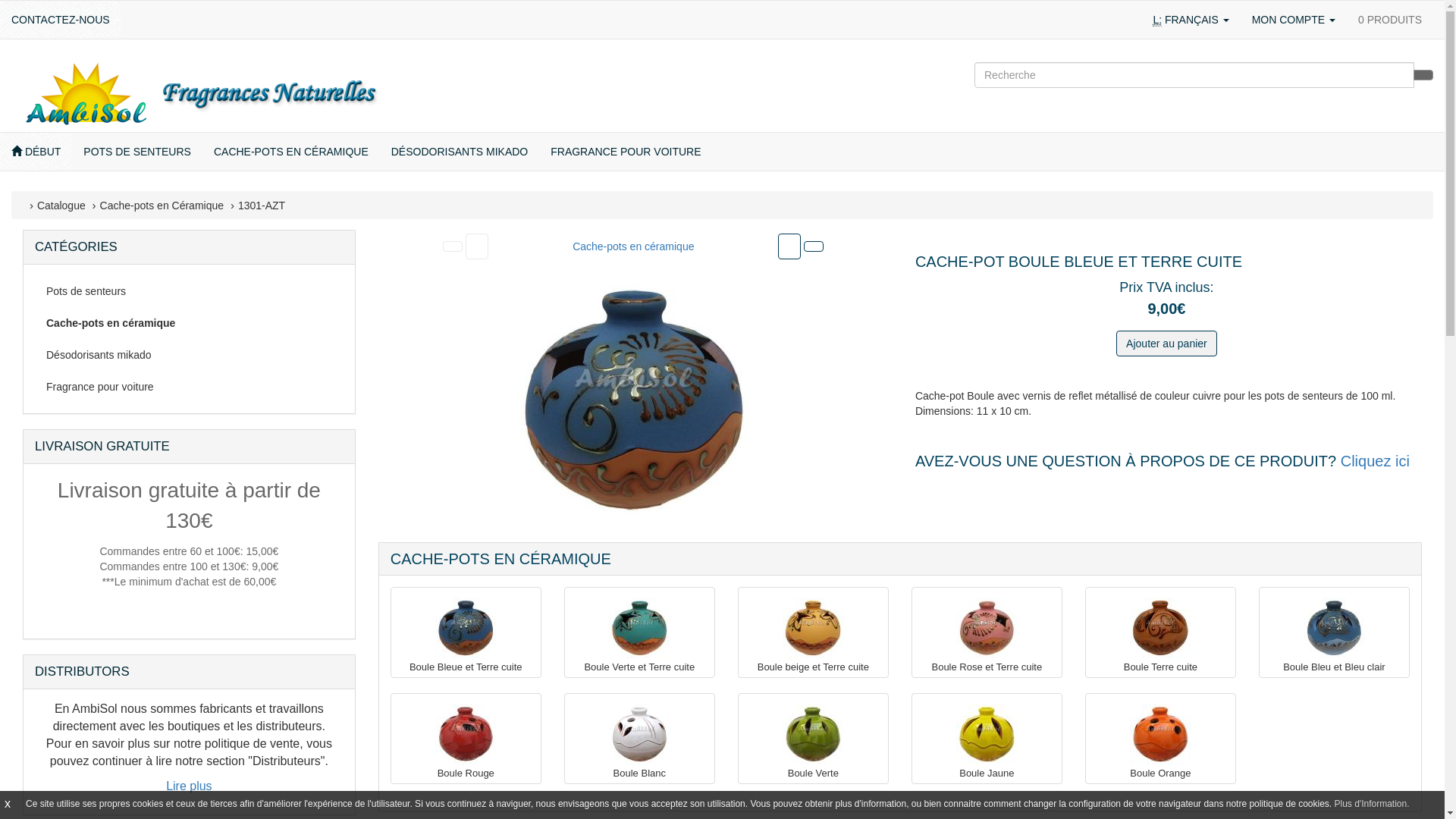 This screenshot has height=819, width=1456. I want to click on 'Boule Jaune', so click(987, 773).